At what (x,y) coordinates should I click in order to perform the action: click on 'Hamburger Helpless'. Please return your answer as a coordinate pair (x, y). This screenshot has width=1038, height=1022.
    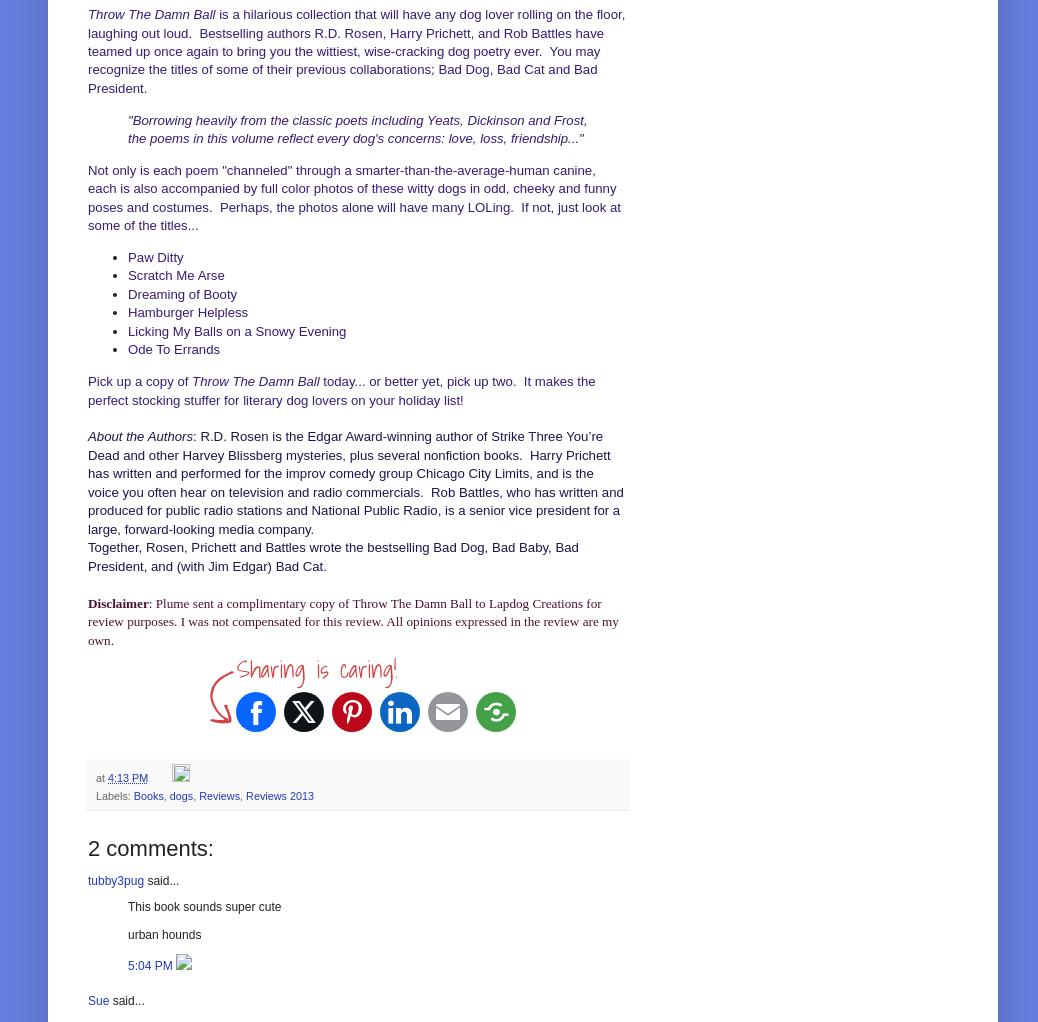
    Looking at the image, I should click on (186, 311).